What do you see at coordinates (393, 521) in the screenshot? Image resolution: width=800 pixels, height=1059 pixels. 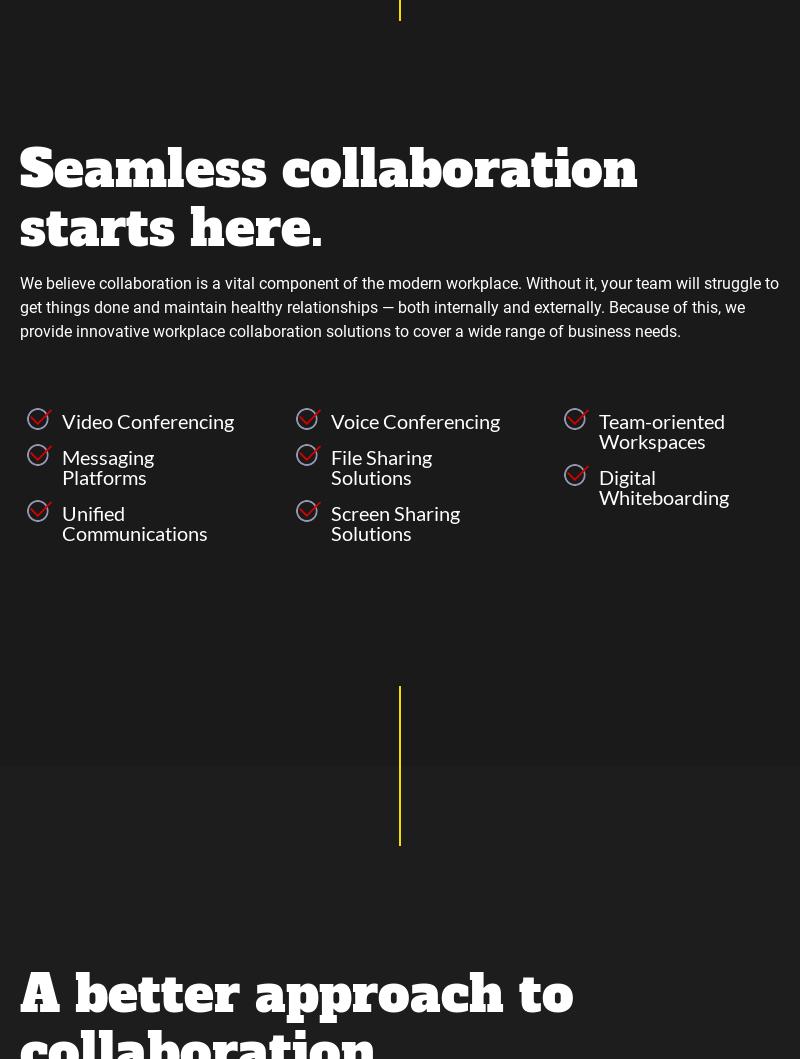 I see `'Screen Sharing Solutions'` at bounding box center [393, 521].